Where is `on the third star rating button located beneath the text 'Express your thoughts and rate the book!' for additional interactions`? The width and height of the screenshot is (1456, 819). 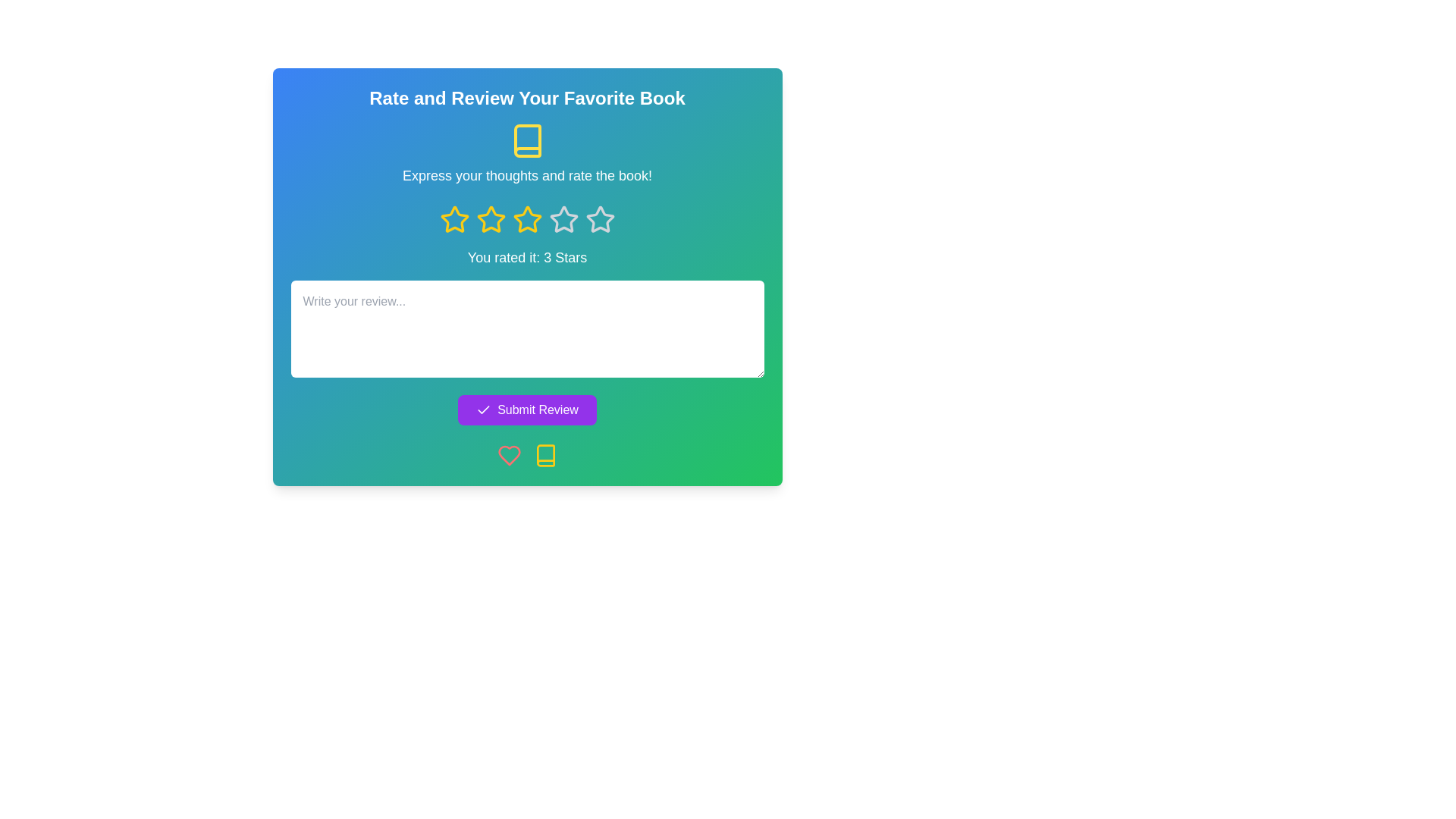 on the third star rating button located beneath the text 'Express your thoughts and rate the book!' for additional interactions is located at coordinates (527, 219).